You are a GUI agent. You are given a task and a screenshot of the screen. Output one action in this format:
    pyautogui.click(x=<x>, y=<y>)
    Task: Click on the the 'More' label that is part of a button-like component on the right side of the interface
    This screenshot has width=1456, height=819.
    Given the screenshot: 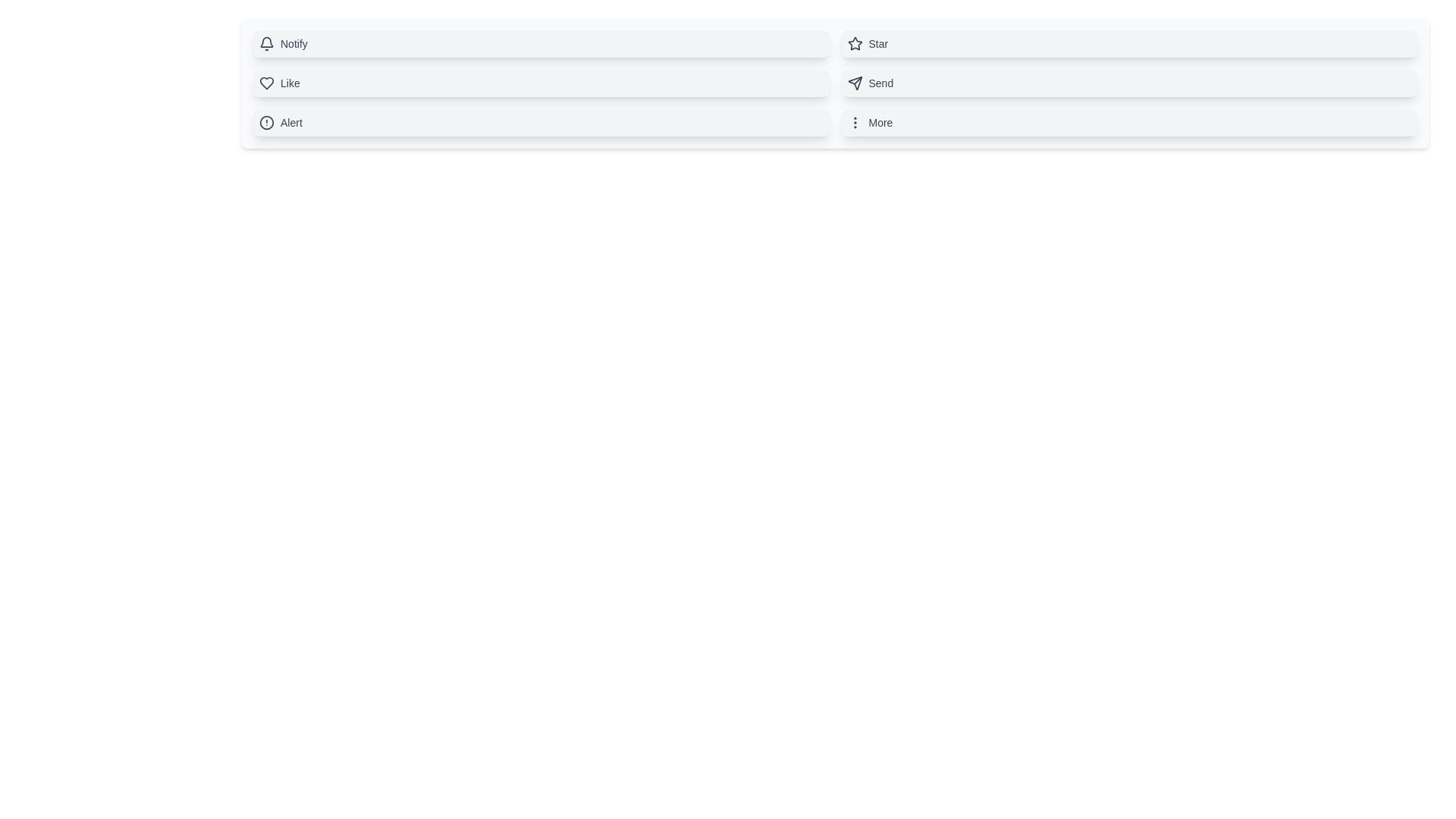 What is the action you would take?
    pyautogui.click(x=880, y=122)
    